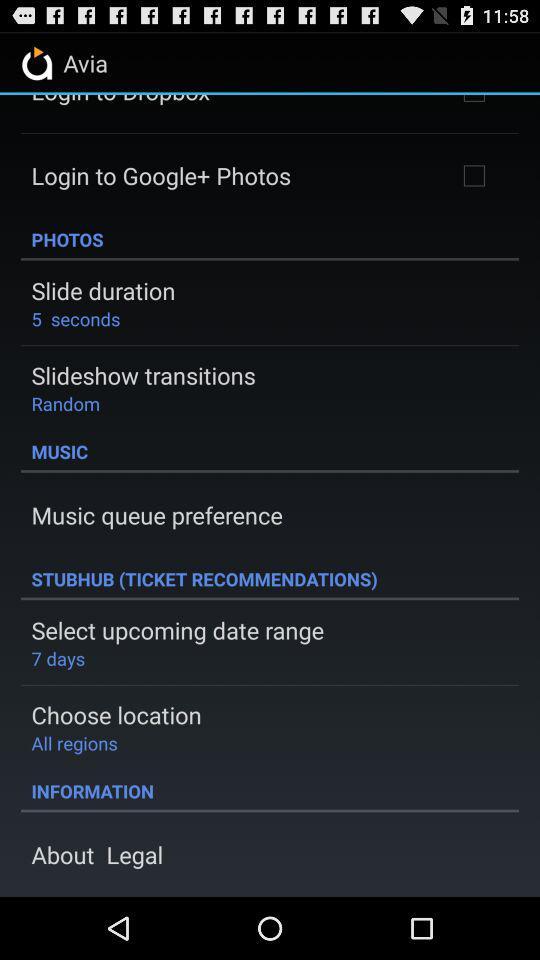 This screenshot has width=540, height=960. Describe the element at coordinates (96, 853) in the screenshot. I see `icon below the information app` at that location.